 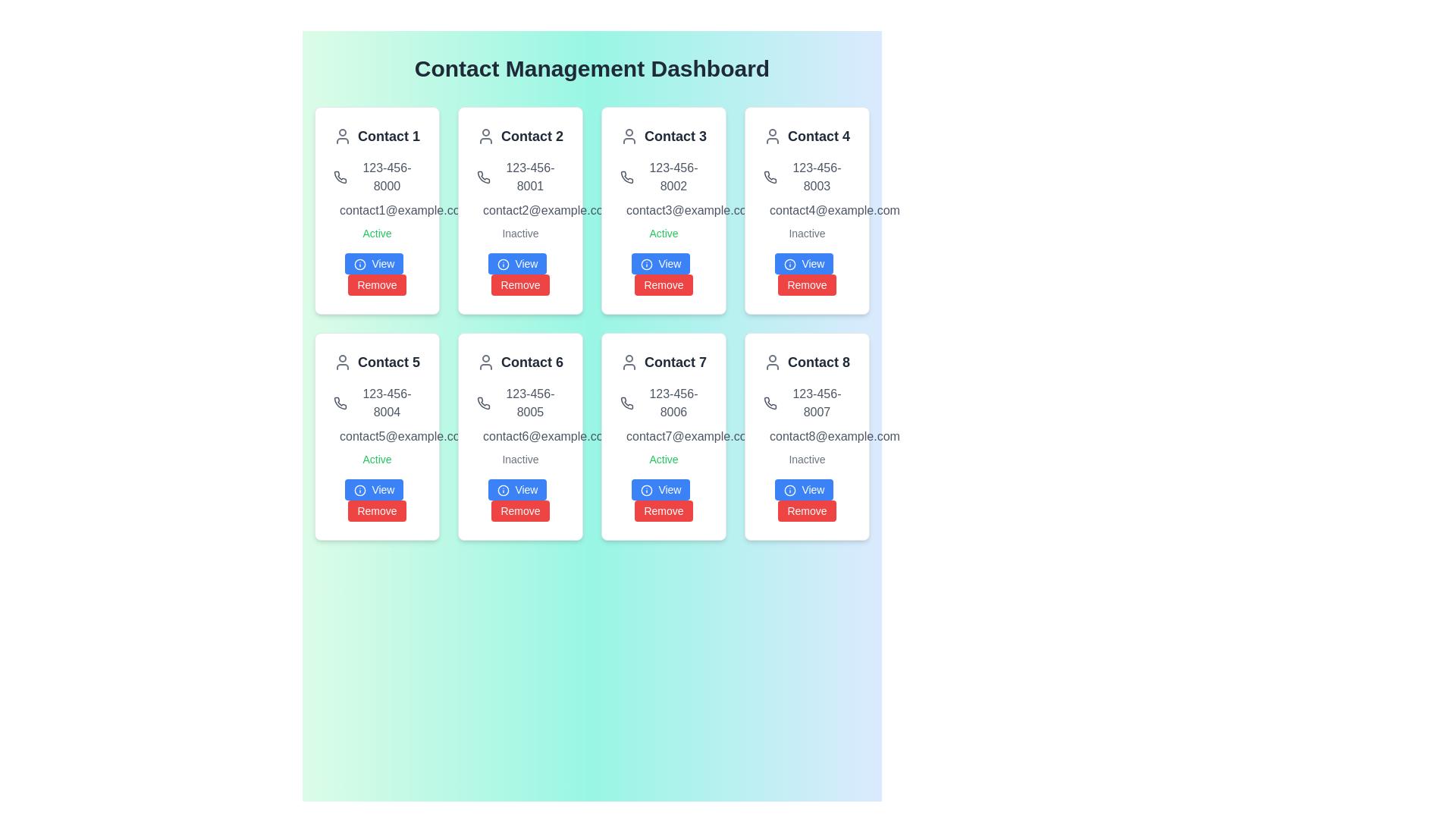 I want to click on the rectangle with rounded corners that forms part of the email symbol in the SVG icon above the text 'contact4@example.com' in the fourth contact card of the dashboard layout, so click(x=772, y=212).